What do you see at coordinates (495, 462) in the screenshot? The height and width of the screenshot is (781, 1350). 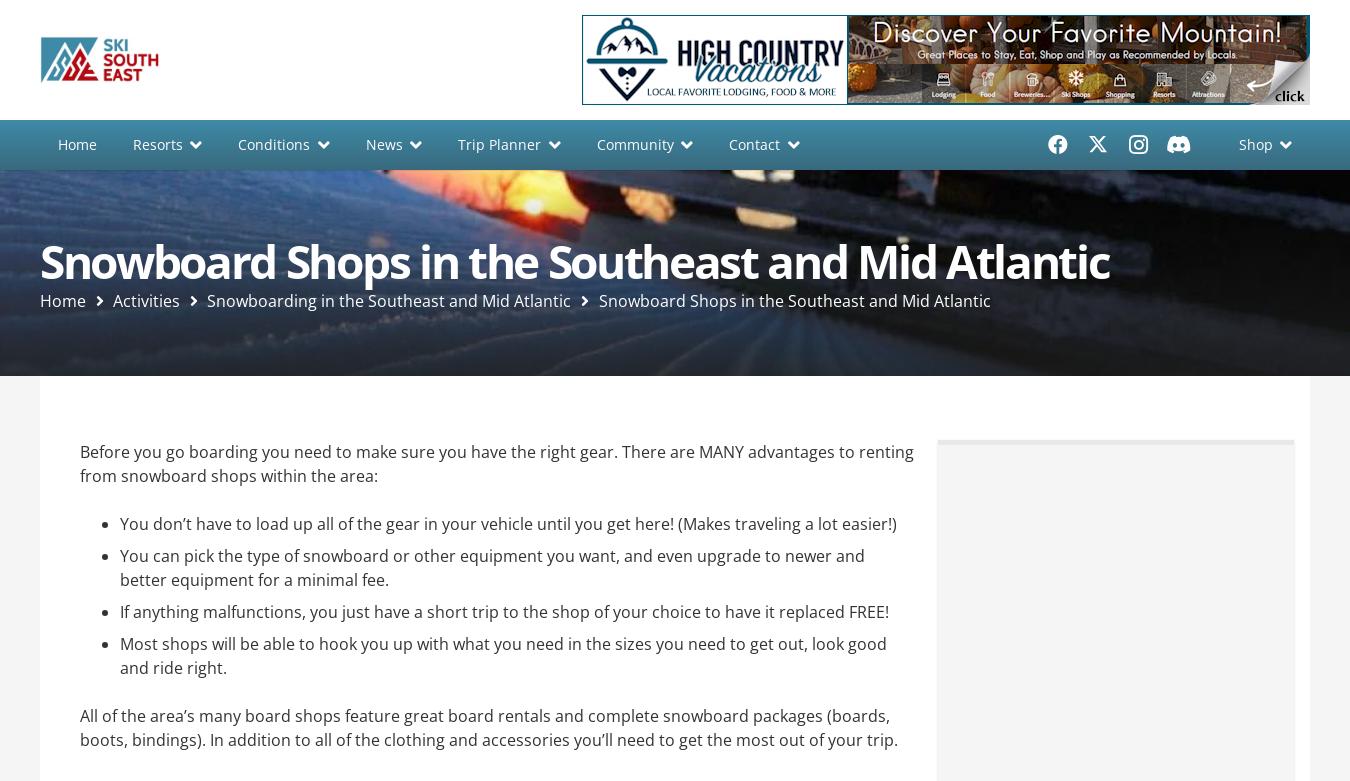 I see `'Before you go boarding you need to make sure you have the right gear. There are MANY advantages to renting from snowboard shops within the area:'` at bounding box center [495, 462].